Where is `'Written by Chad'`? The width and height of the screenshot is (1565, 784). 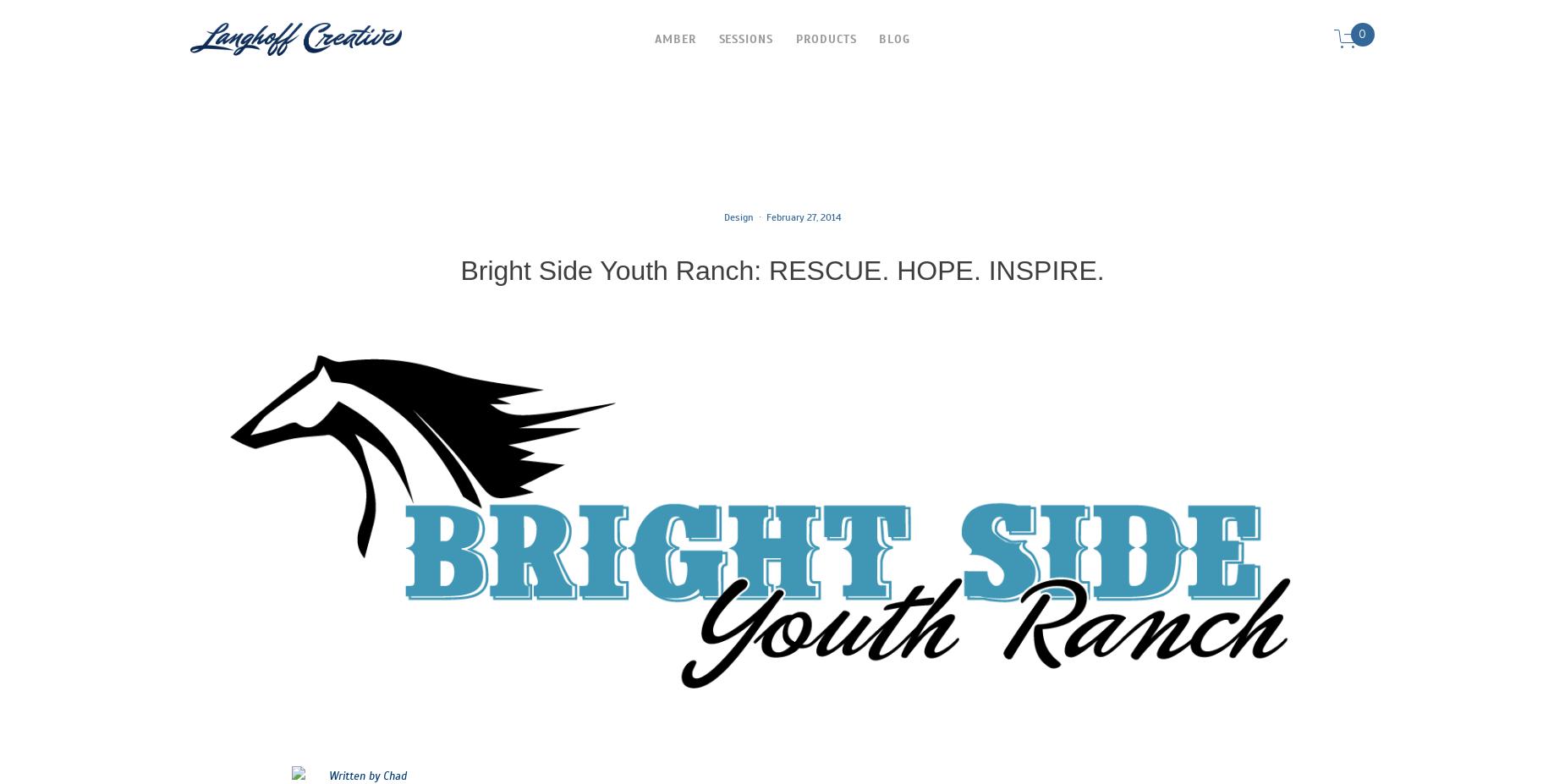
'Written by Chad' is located at coordinates (366, 776).